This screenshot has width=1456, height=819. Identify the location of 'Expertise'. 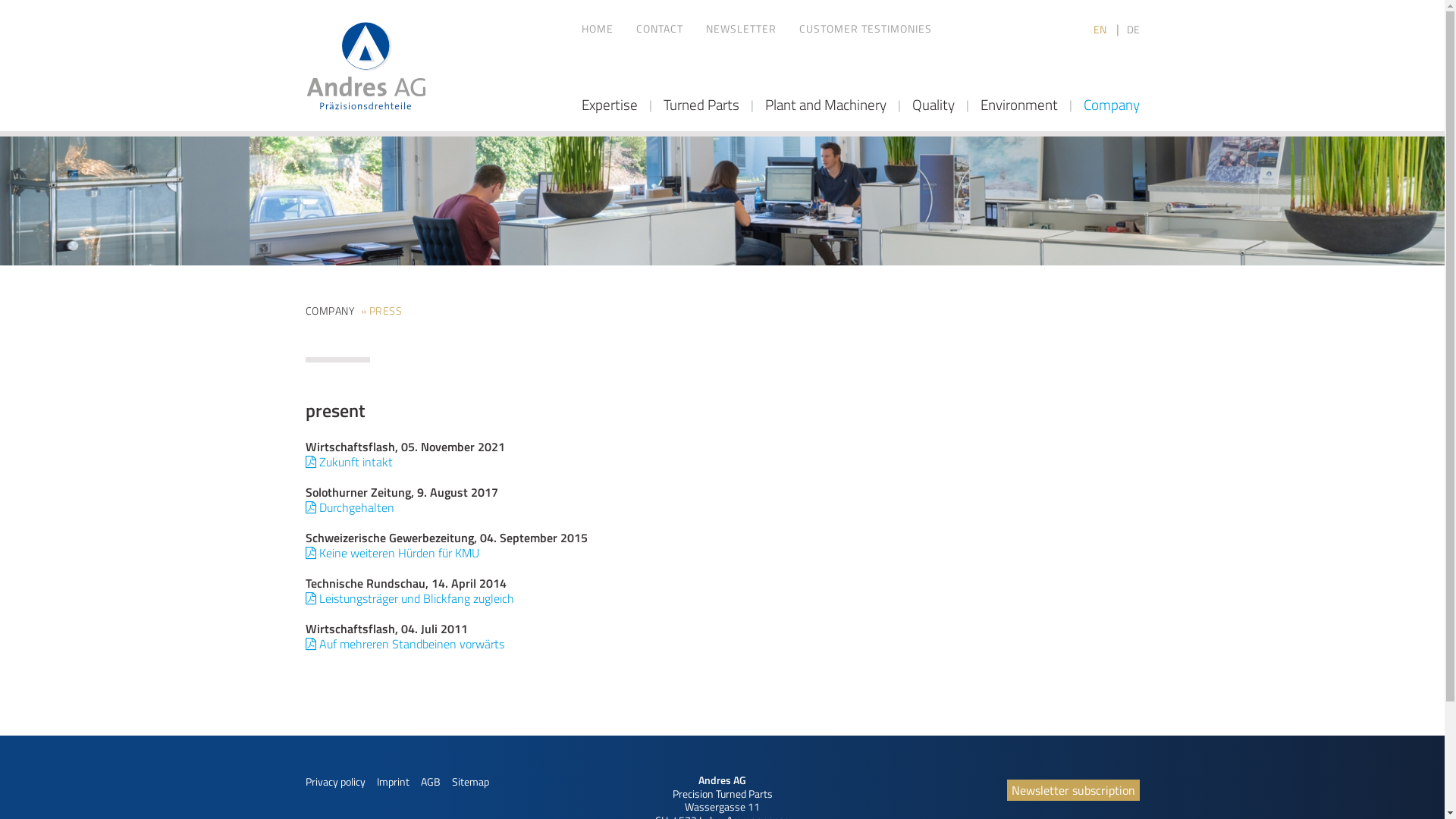
(608, 104).